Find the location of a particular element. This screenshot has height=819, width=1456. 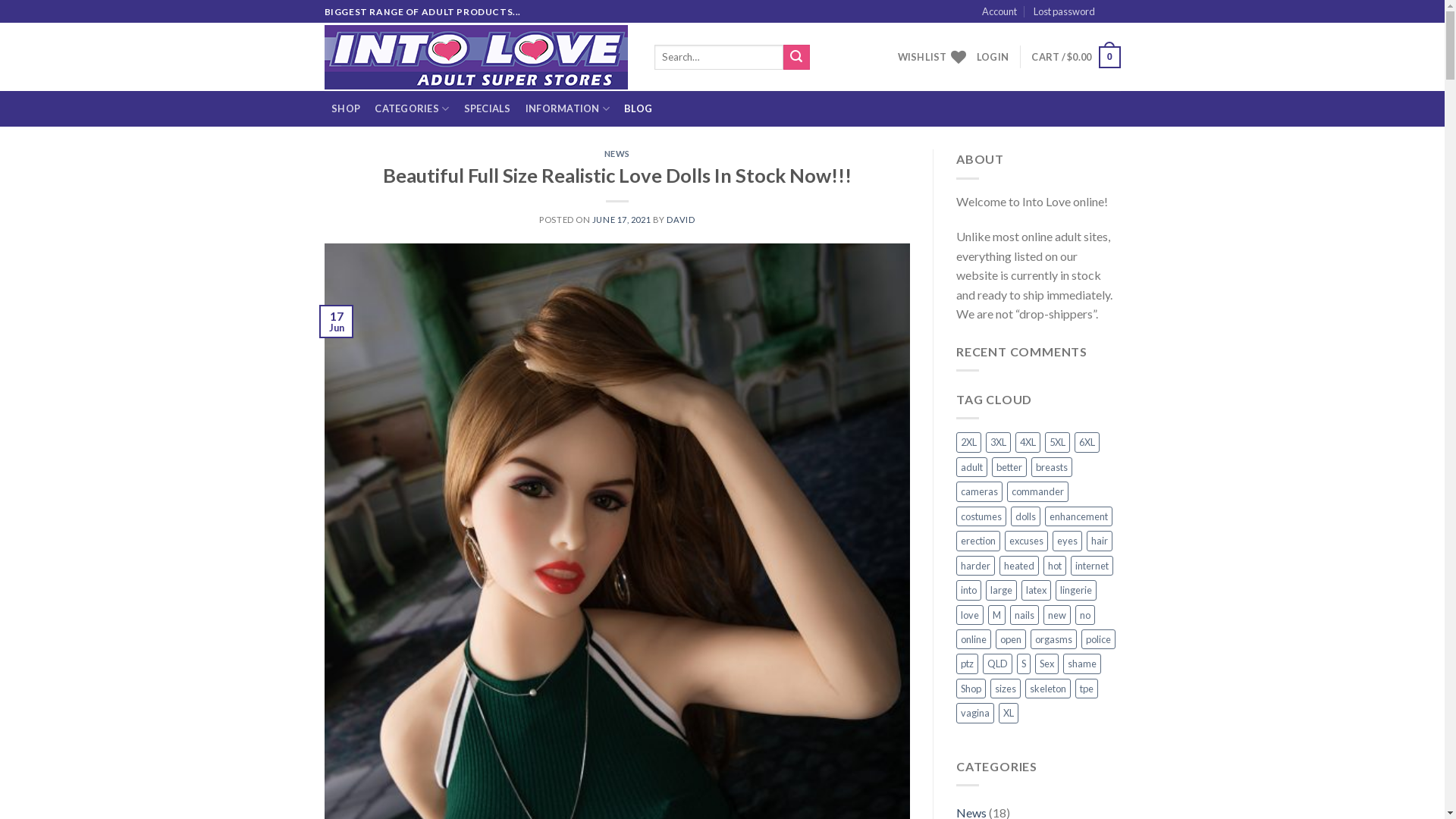

'shame' is located at coordinates (1081, 663).